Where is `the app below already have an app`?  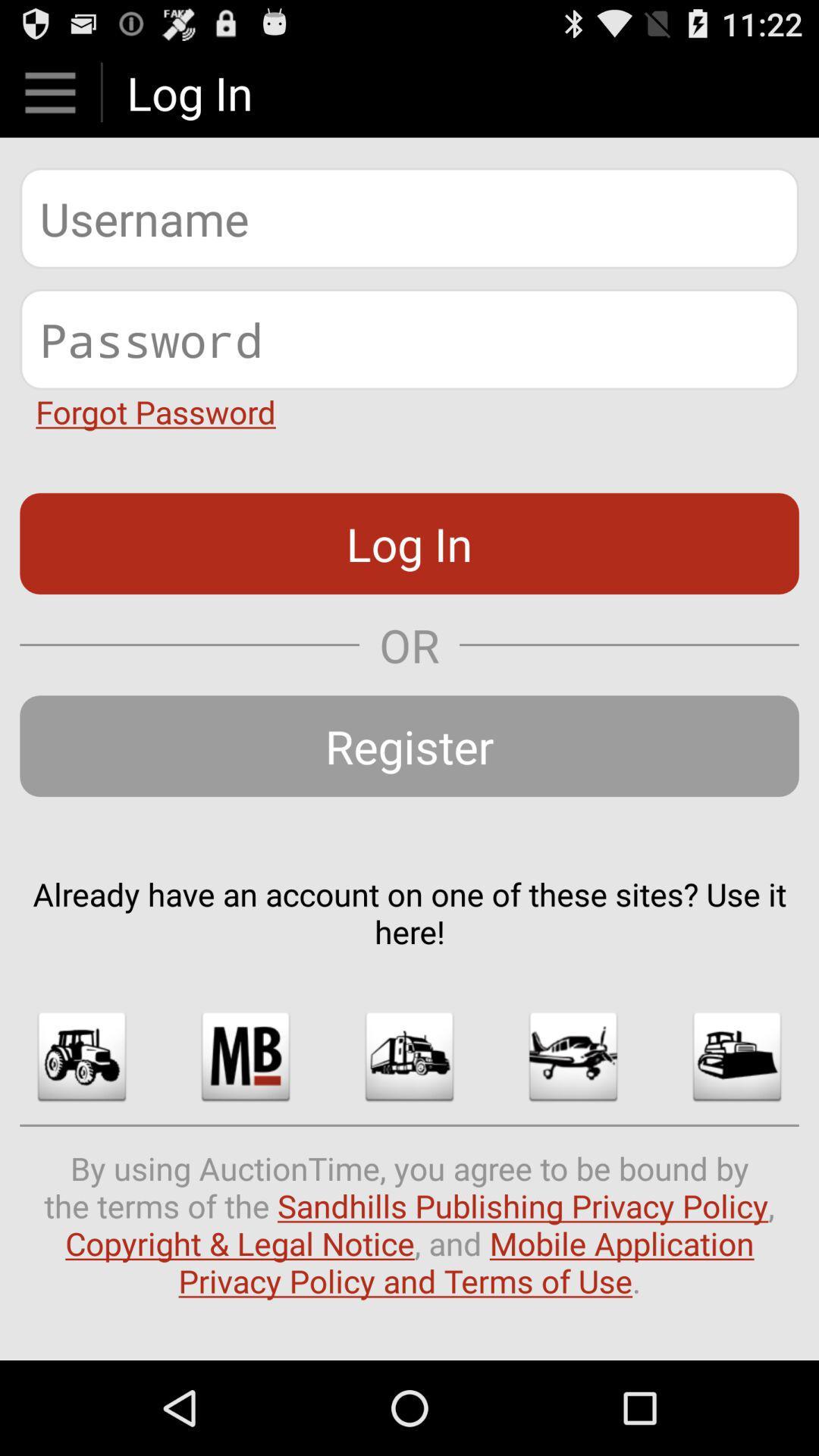
the app below already have an app is located at coordinates (736, 1056).